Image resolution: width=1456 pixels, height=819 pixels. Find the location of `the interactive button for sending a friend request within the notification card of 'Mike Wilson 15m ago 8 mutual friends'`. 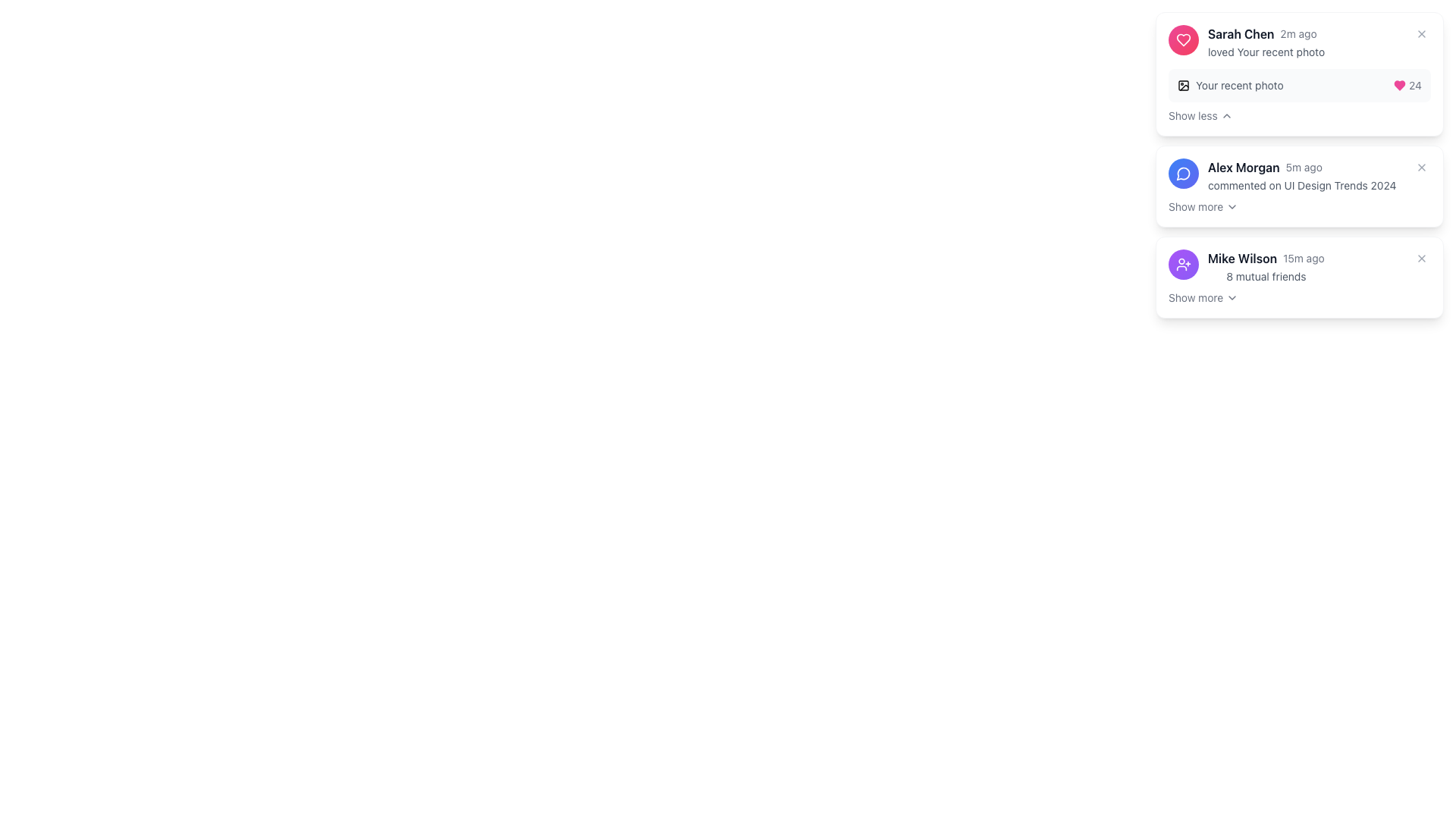

the interactive button for sending a friend request within the notification card of 'Mike Wilson 15m ago 8 mutual friends' is located at coordinates (1182, 263).